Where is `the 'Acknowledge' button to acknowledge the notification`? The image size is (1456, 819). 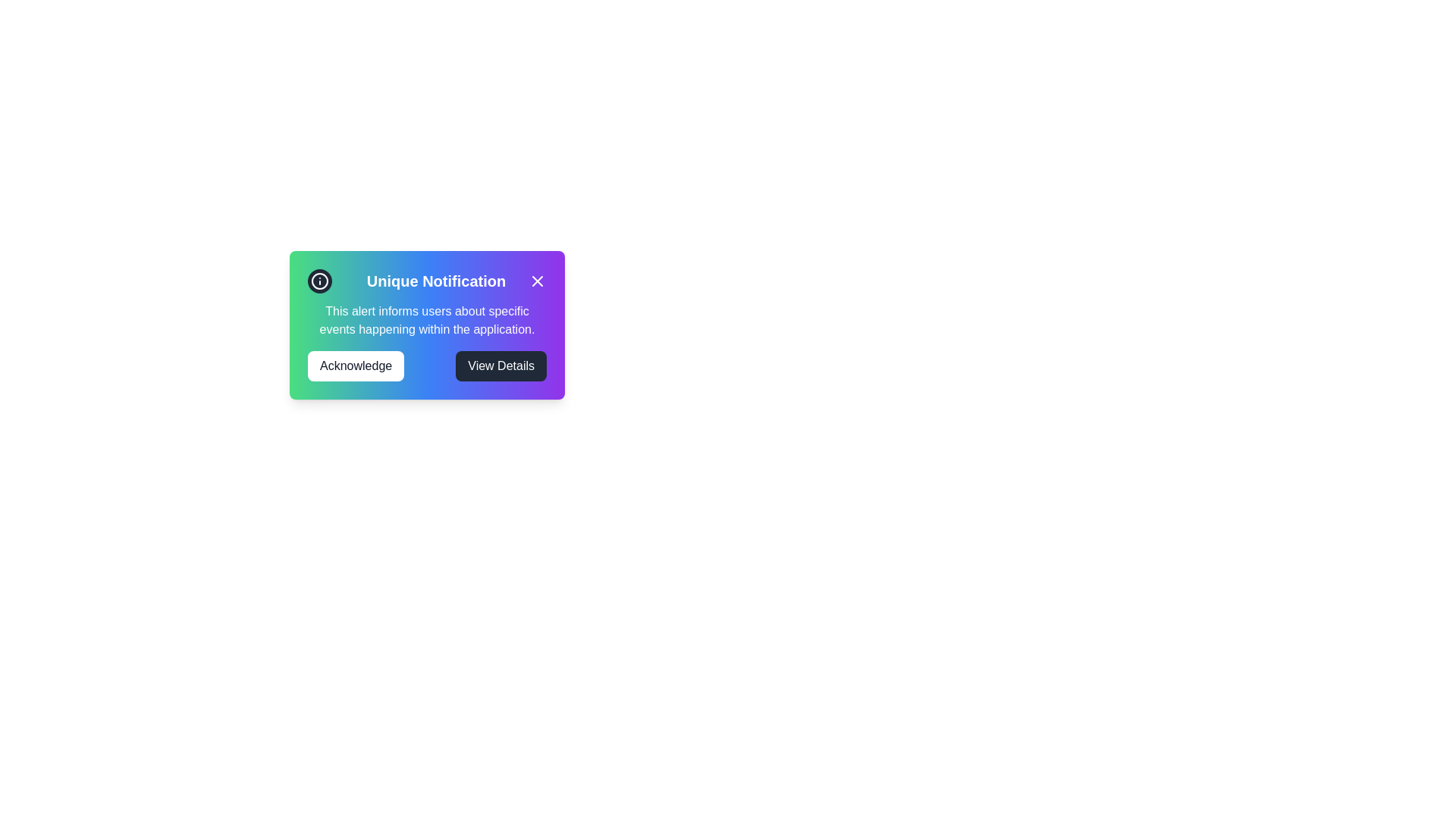
the 'Acknowledge' button to acknowledge the notification is located at coordinates (355, 366).